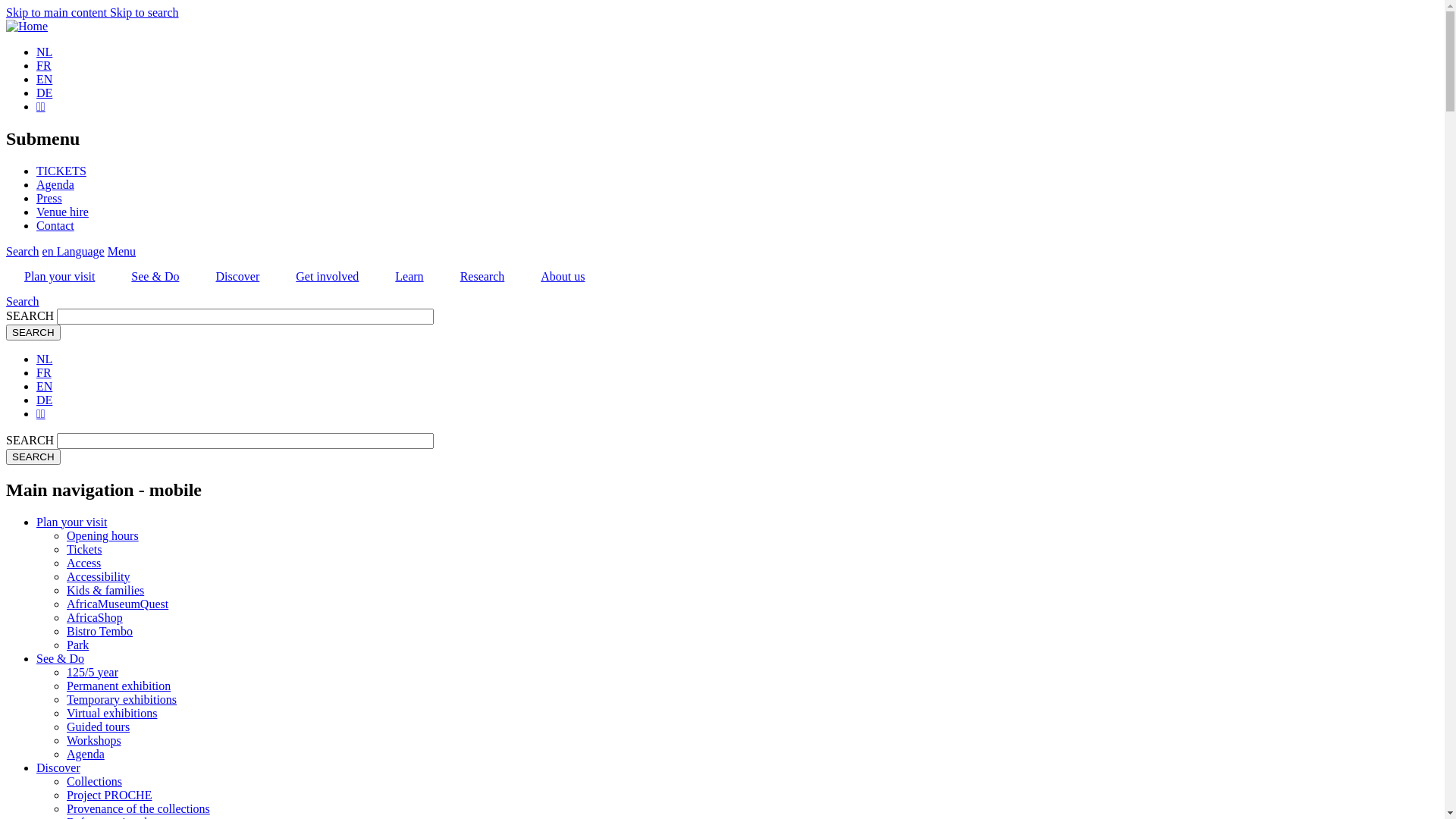 This screenshot has height=819, width=1456. I want to click on 'AfricaMuseumQuest', so click(116, 603).